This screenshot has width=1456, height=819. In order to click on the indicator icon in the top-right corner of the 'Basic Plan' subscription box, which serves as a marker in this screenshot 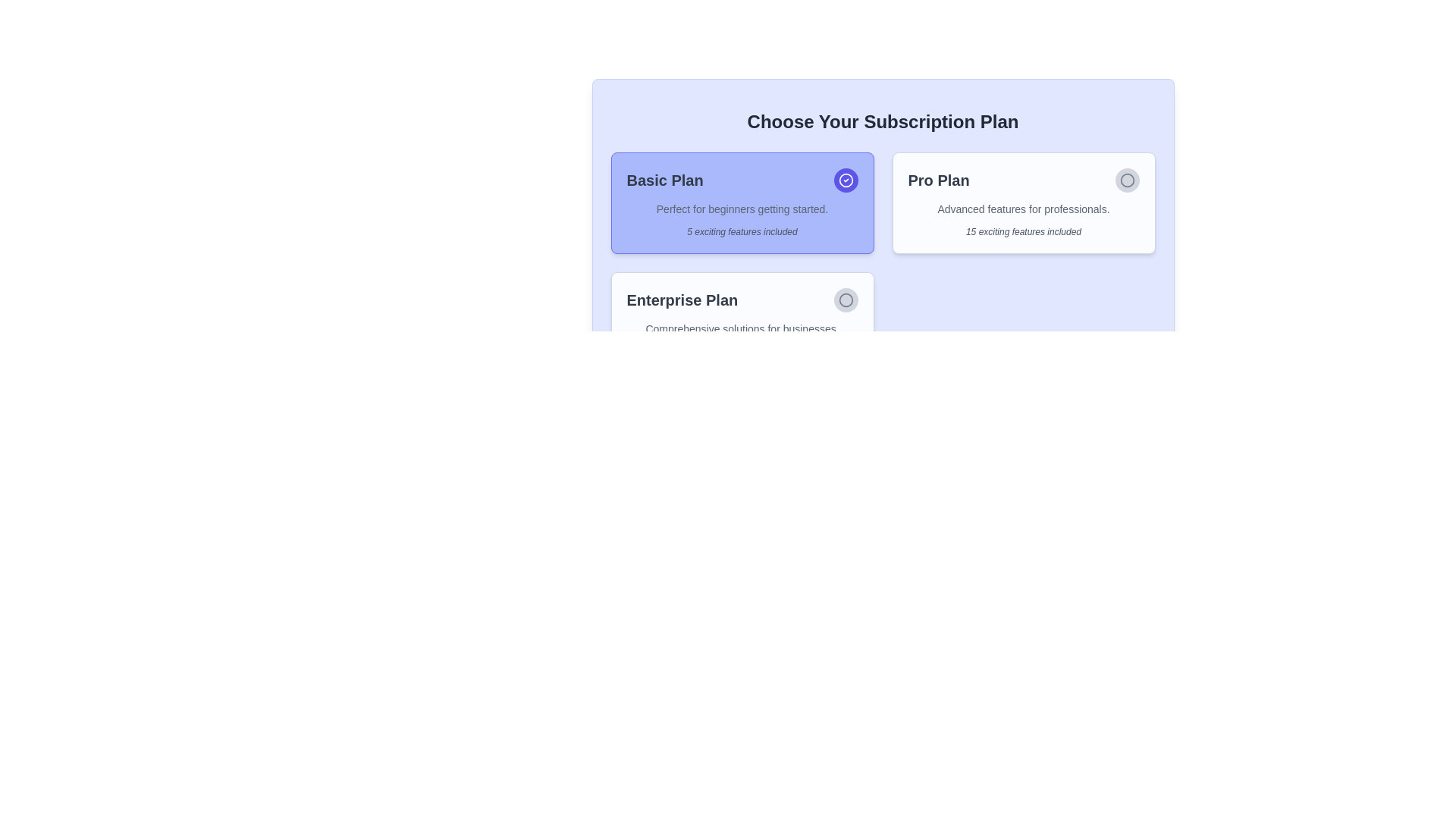, I will do `click(845, 180)`.